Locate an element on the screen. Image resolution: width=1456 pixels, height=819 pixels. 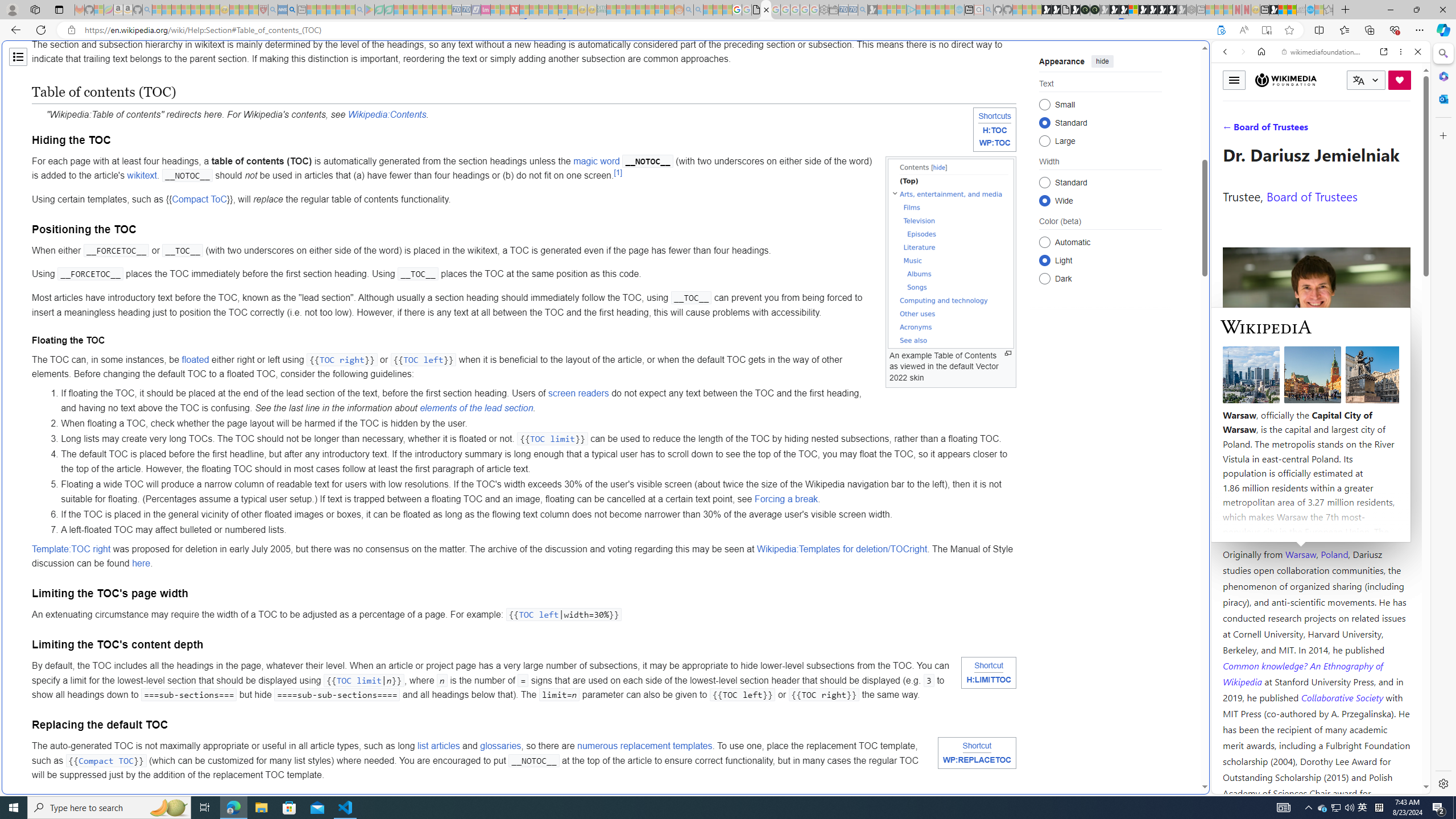
'Close split screen' is located at coordinates (1207, 57).